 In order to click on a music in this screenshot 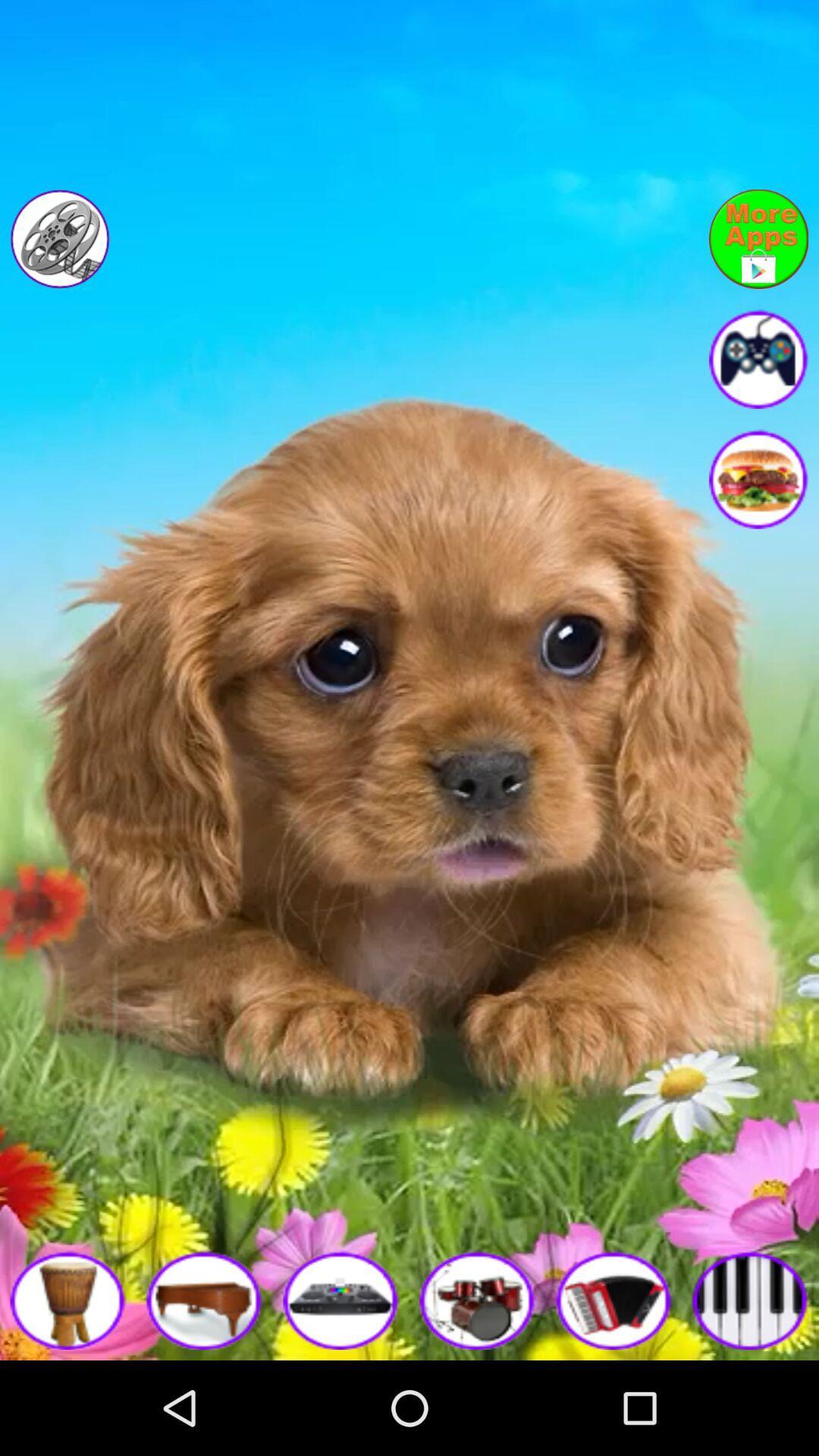, I will do `click(341, 1299)`.